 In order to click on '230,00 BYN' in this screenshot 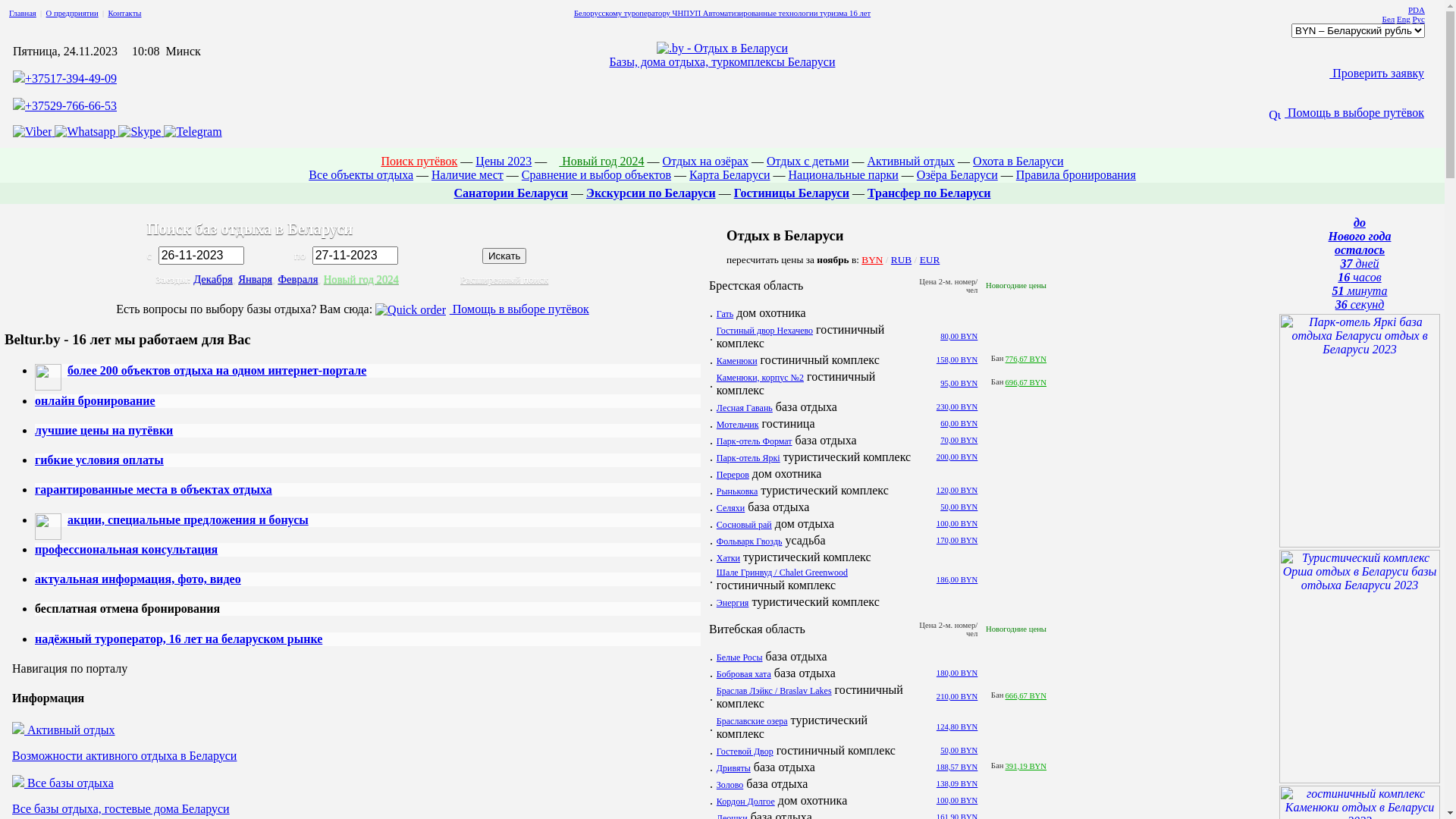, I will do `click(956, 406)`.